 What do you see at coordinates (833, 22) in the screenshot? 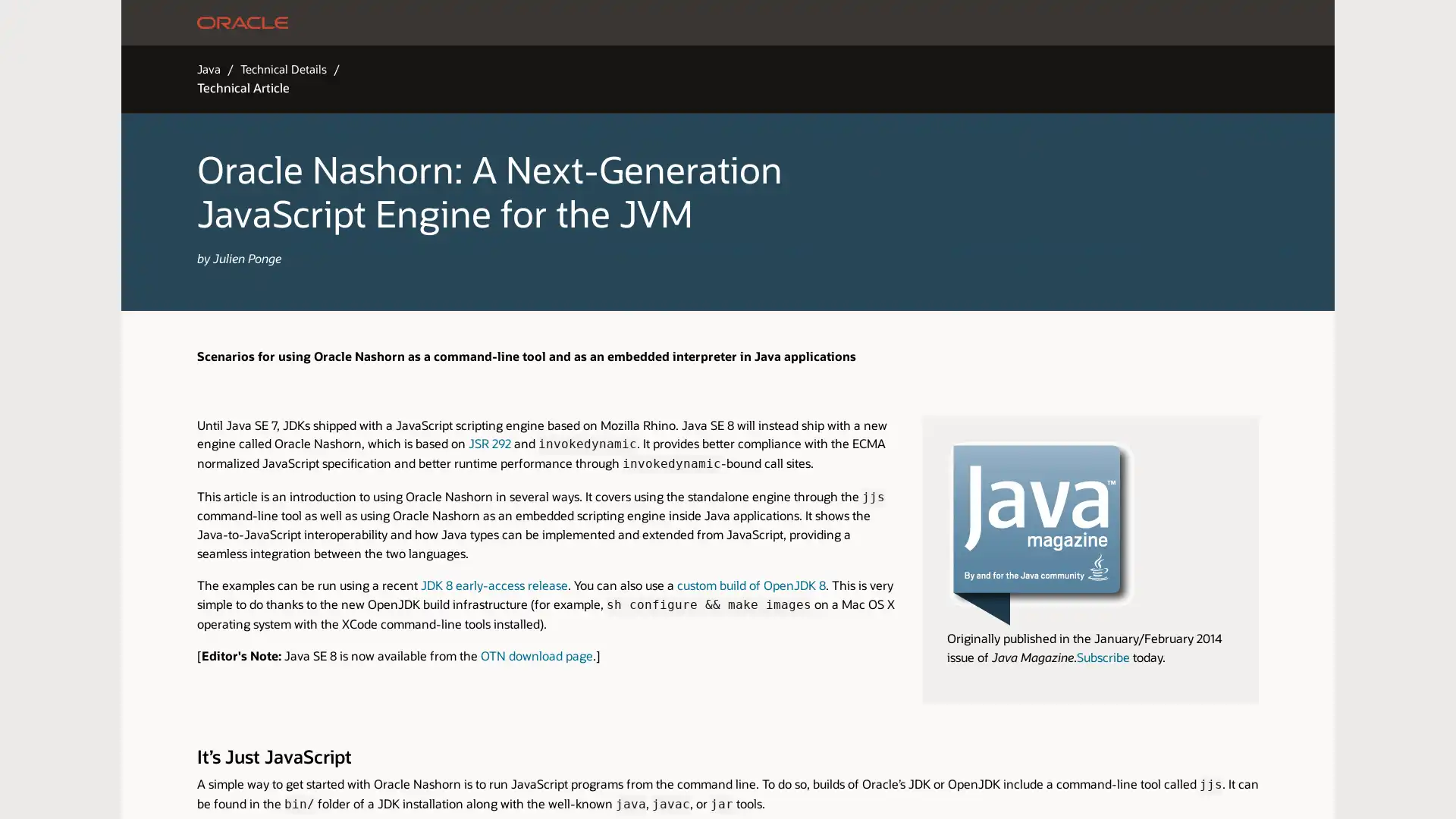
I see `Events` at bounding box center [833, 22].